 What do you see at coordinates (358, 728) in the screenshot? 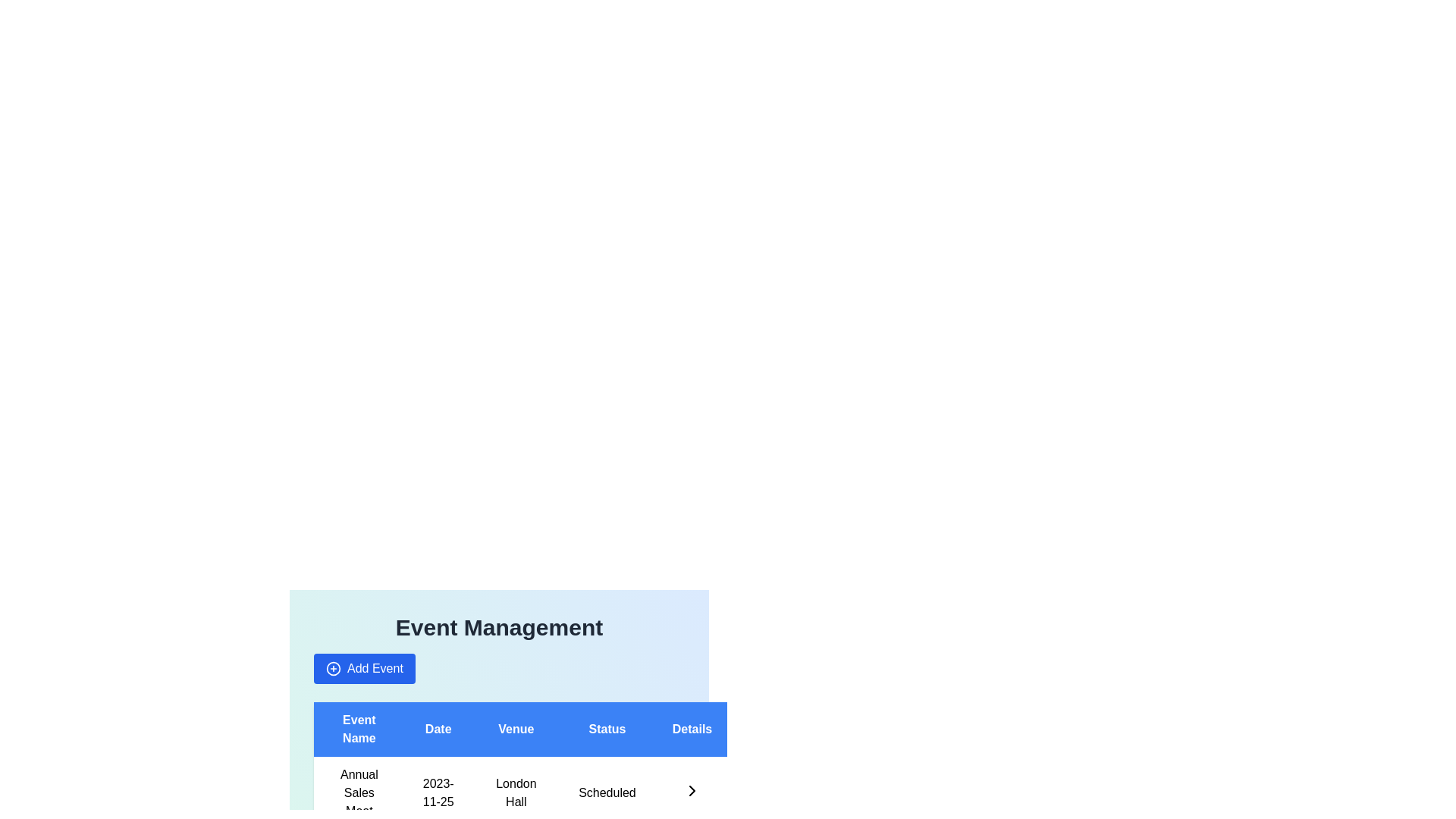
I see `the Text Label that serves as a header for event names, positioned in the top-left of its horizontal group, which includes 'Date', 'Venue', 'Status', and 'Details'` at bounding box center [358, 728].